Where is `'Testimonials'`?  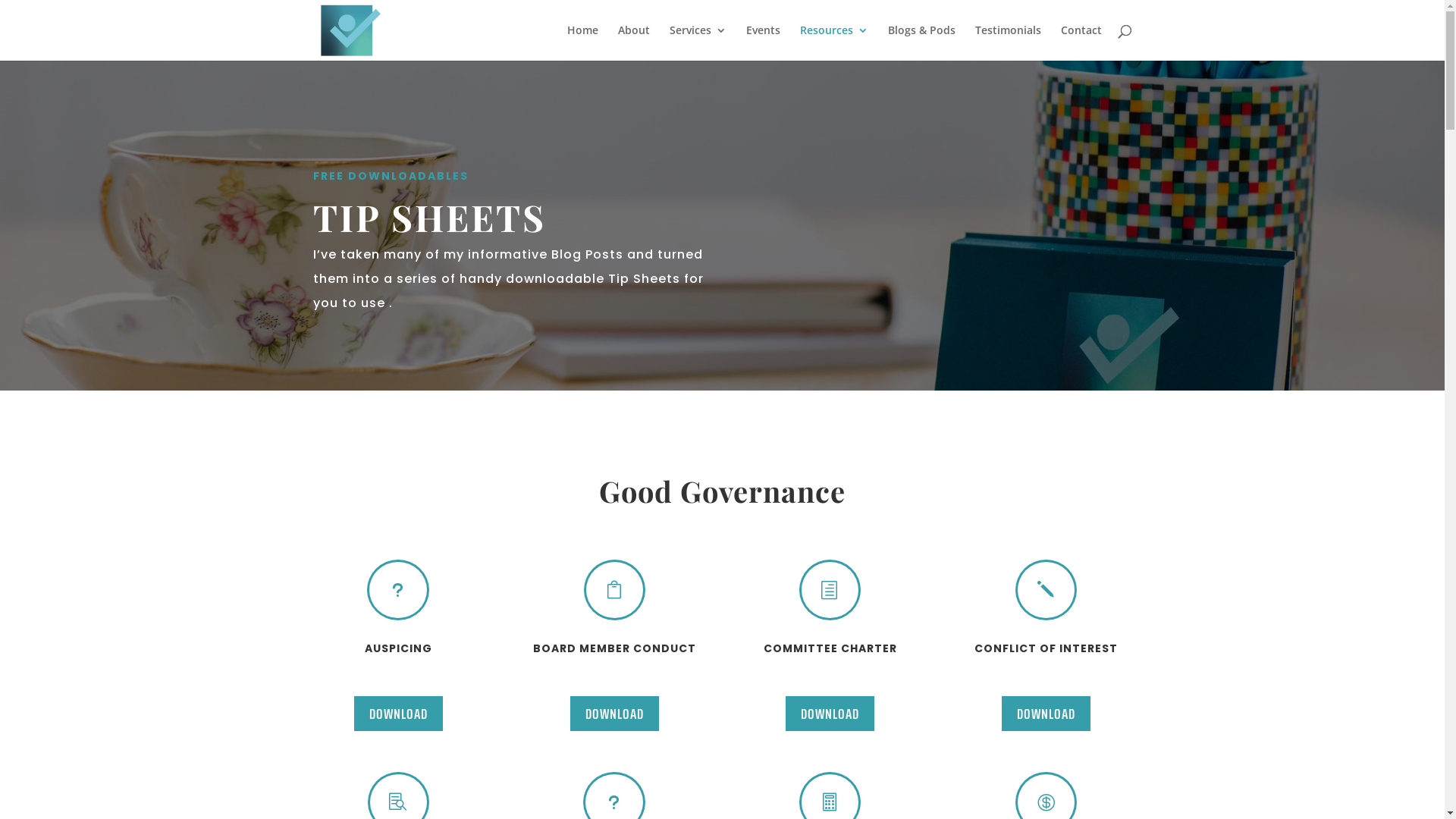
'Testimonials' is located at coordinates (975, 42).